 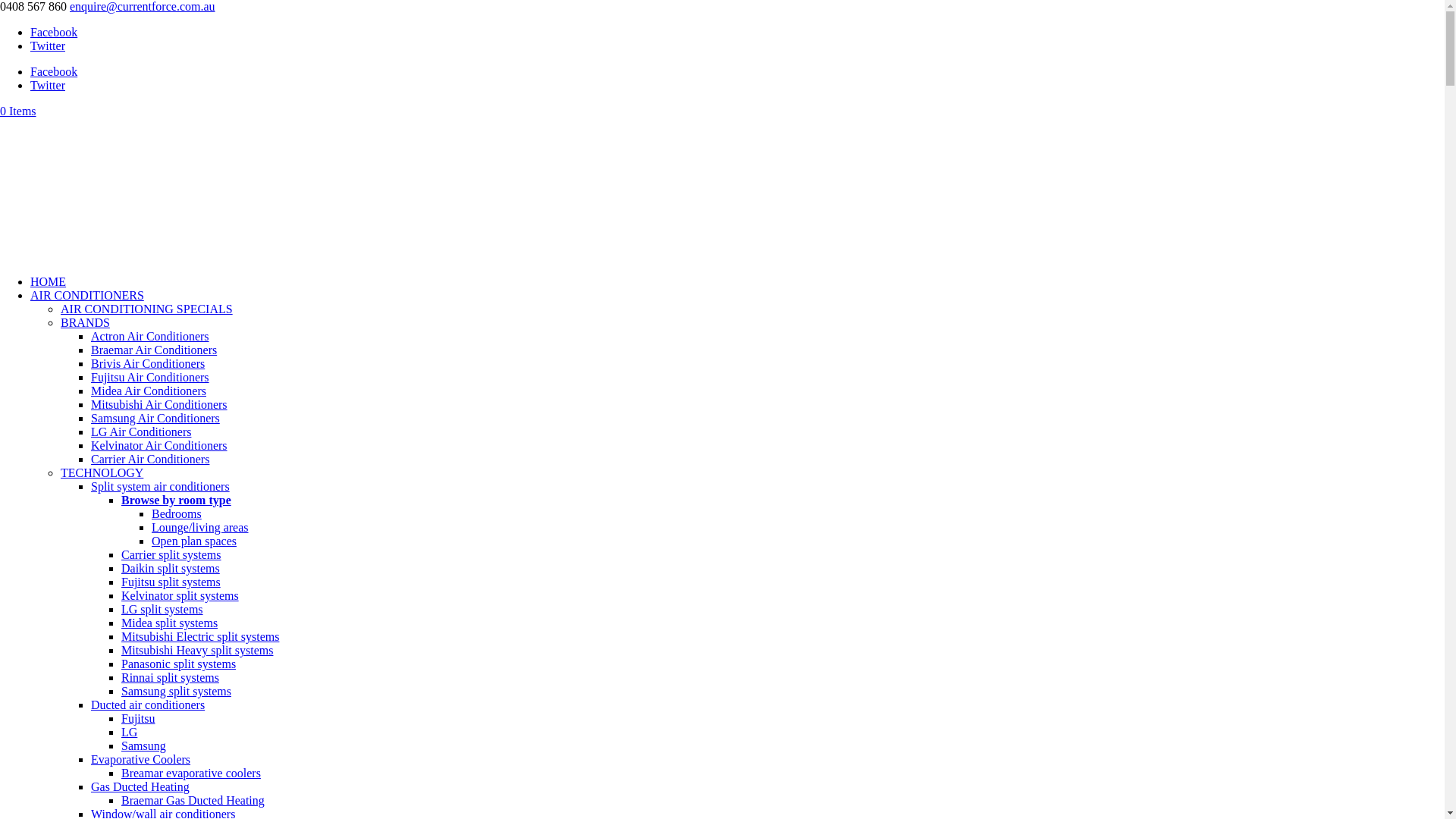 What do you see at coordinates (148, 704) in the screenshot?
I see `'Ducted air conditioners'` at bounding box center [148, 704].